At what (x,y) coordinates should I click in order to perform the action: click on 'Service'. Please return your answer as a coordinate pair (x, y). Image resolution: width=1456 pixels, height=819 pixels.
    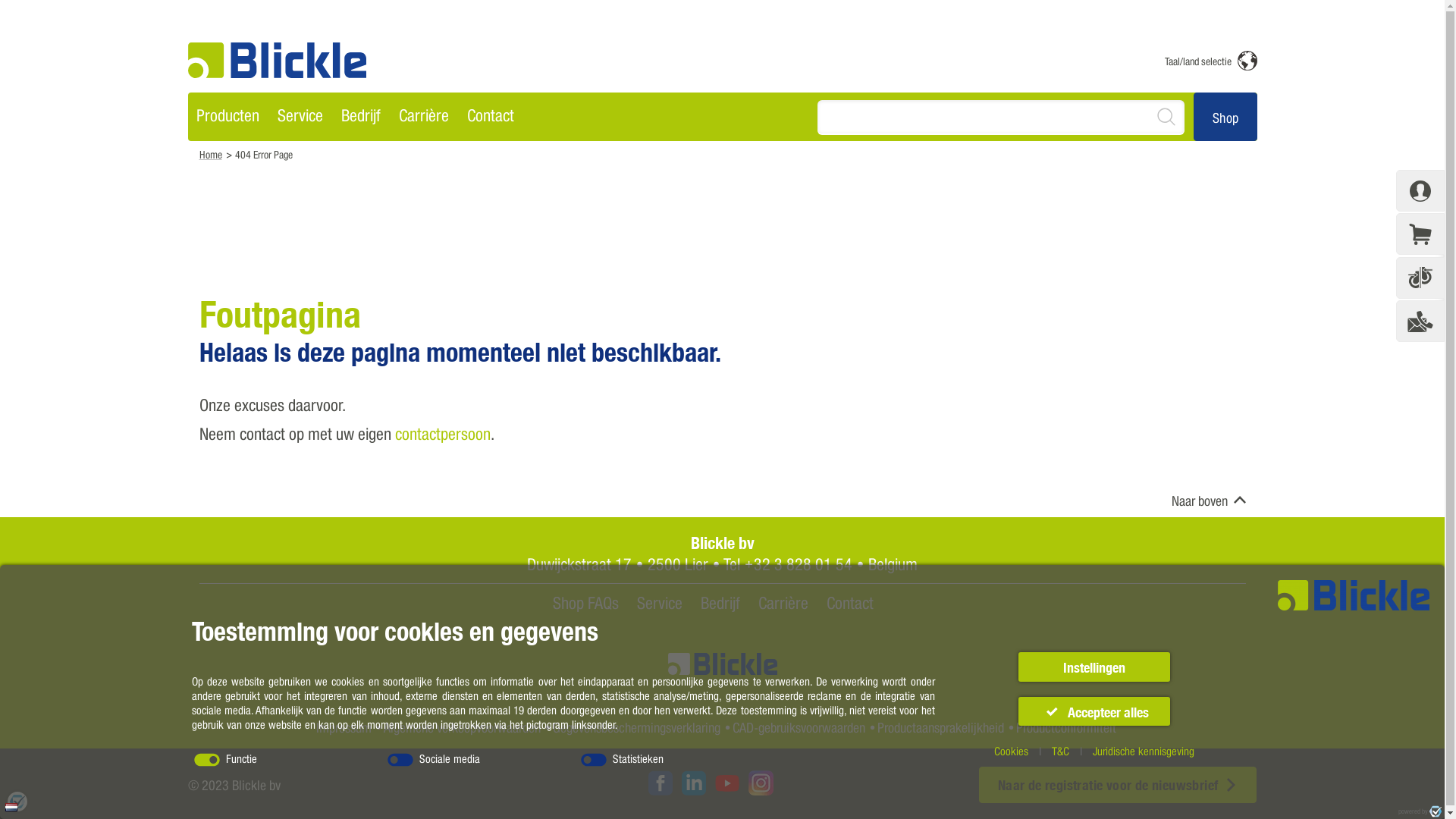
    Looking at the image, I should click on (300, 116).